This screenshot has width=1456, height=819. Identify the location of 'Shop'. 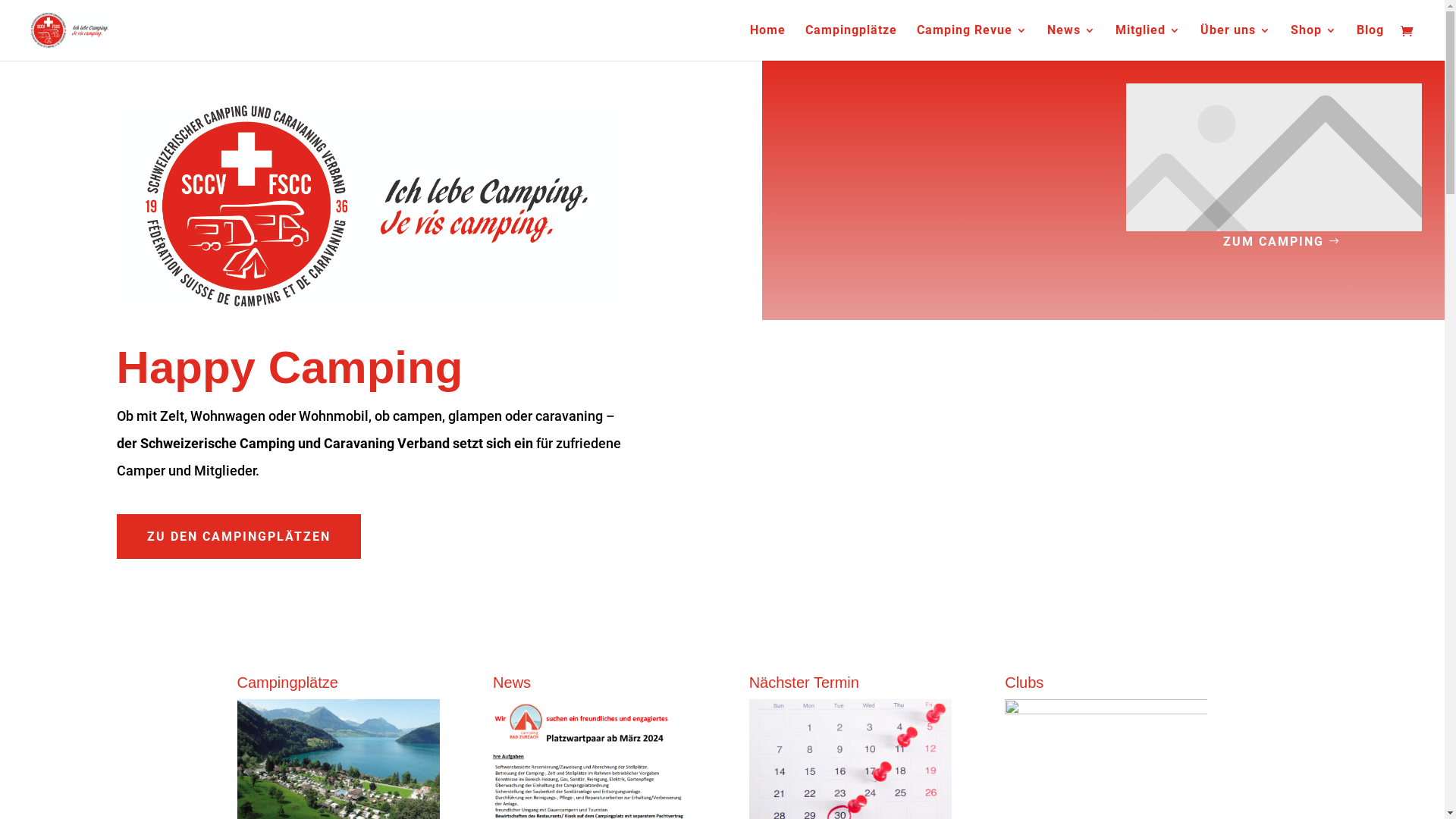
(1313, 42).